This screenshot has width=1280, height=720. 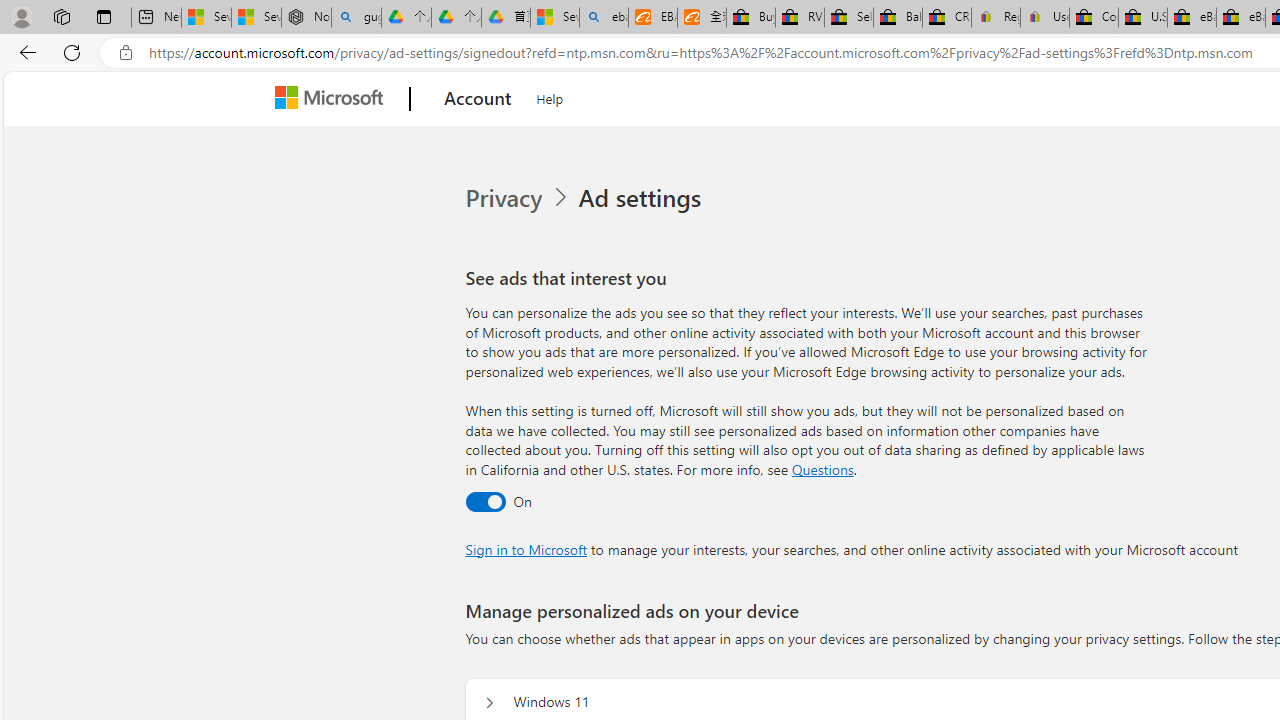 What do you see at coordinates (125, 52) in the screenshot?
I see `'View site information'` at bounding box center [125, 52].